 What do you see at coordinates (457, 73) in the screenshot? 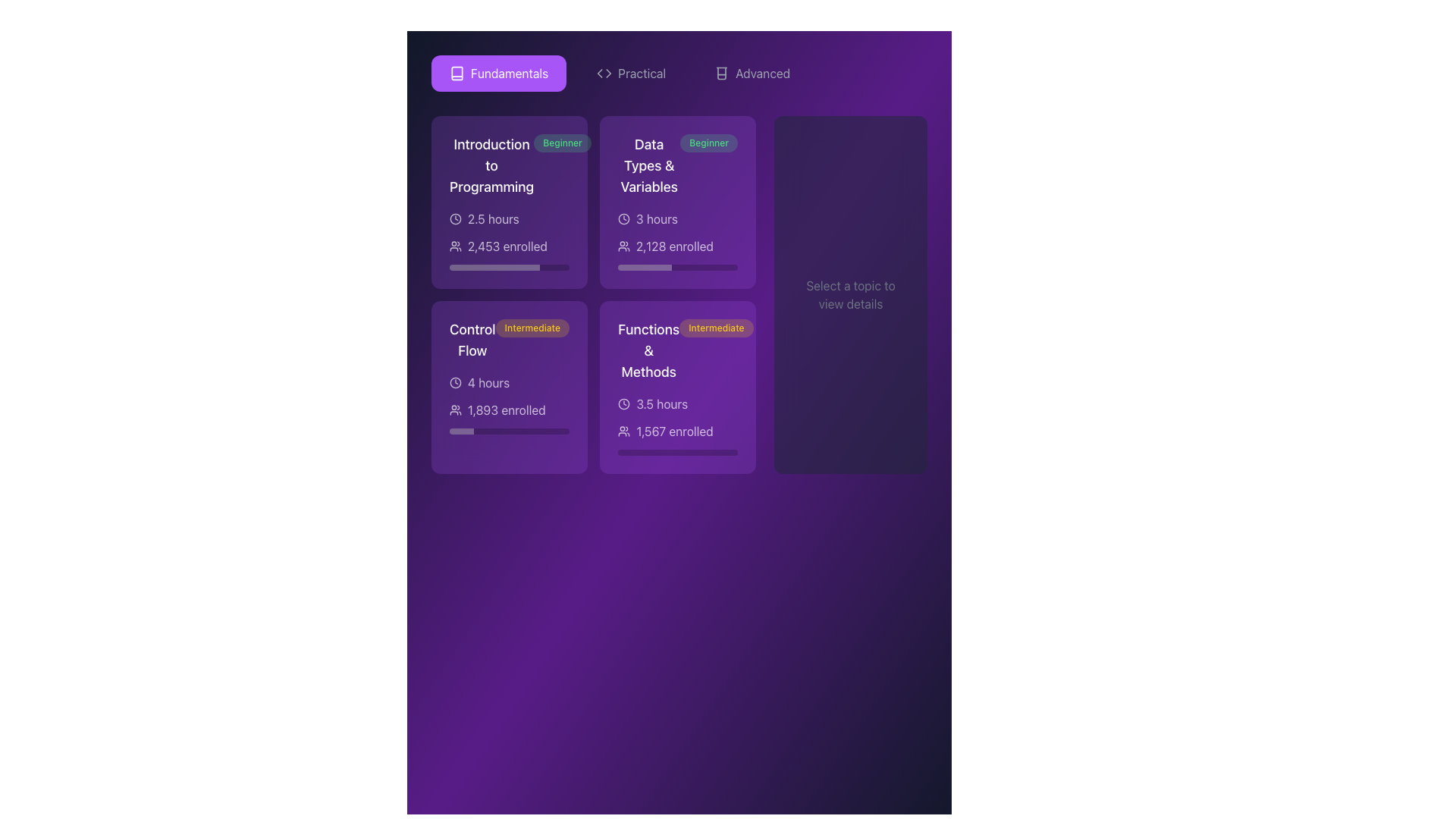
I see `the book icon within the purple 'Fundamentals' button located at the top-left corner of the user interface` at bounding box center [457, 73].